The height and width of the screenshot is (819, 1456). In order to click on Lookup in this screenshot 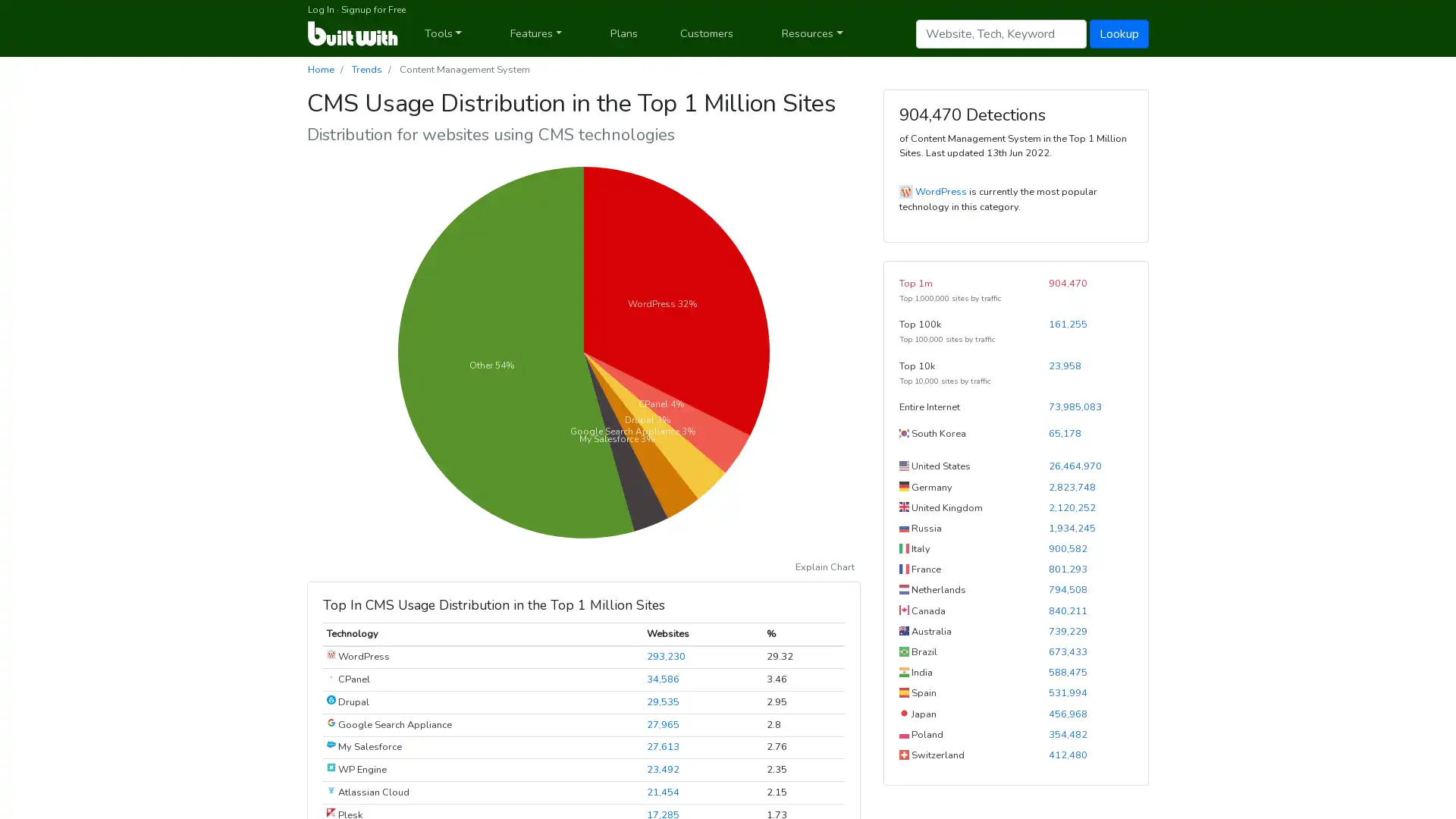, I will do `click(1119, 33)`.